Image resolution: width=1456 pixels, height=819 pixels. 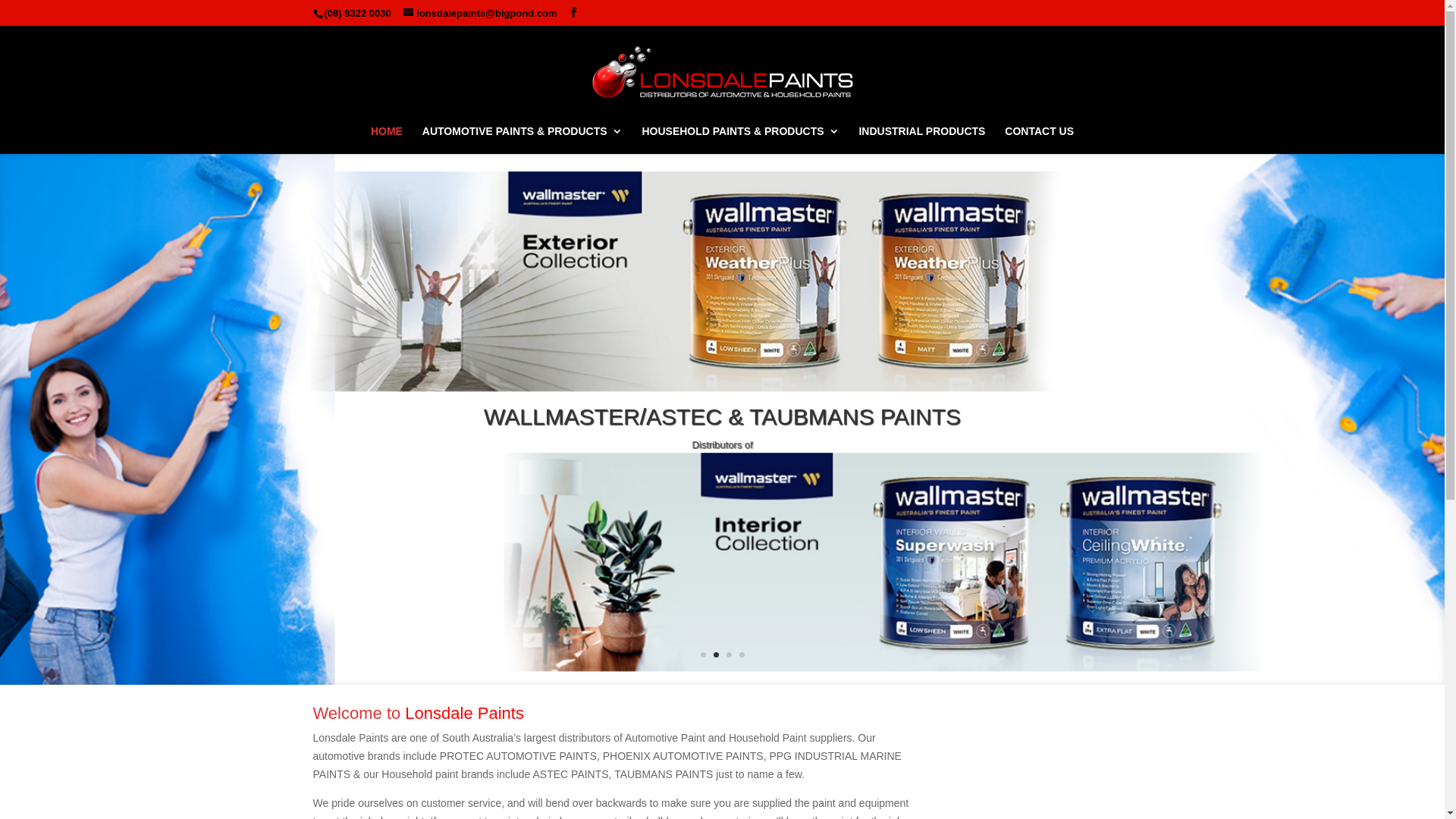 What do you see at coordinates (403, 13) in the screenshot?
I see `'lonsdalepaints@bigpond.com'` at bounding box center [403, 13].